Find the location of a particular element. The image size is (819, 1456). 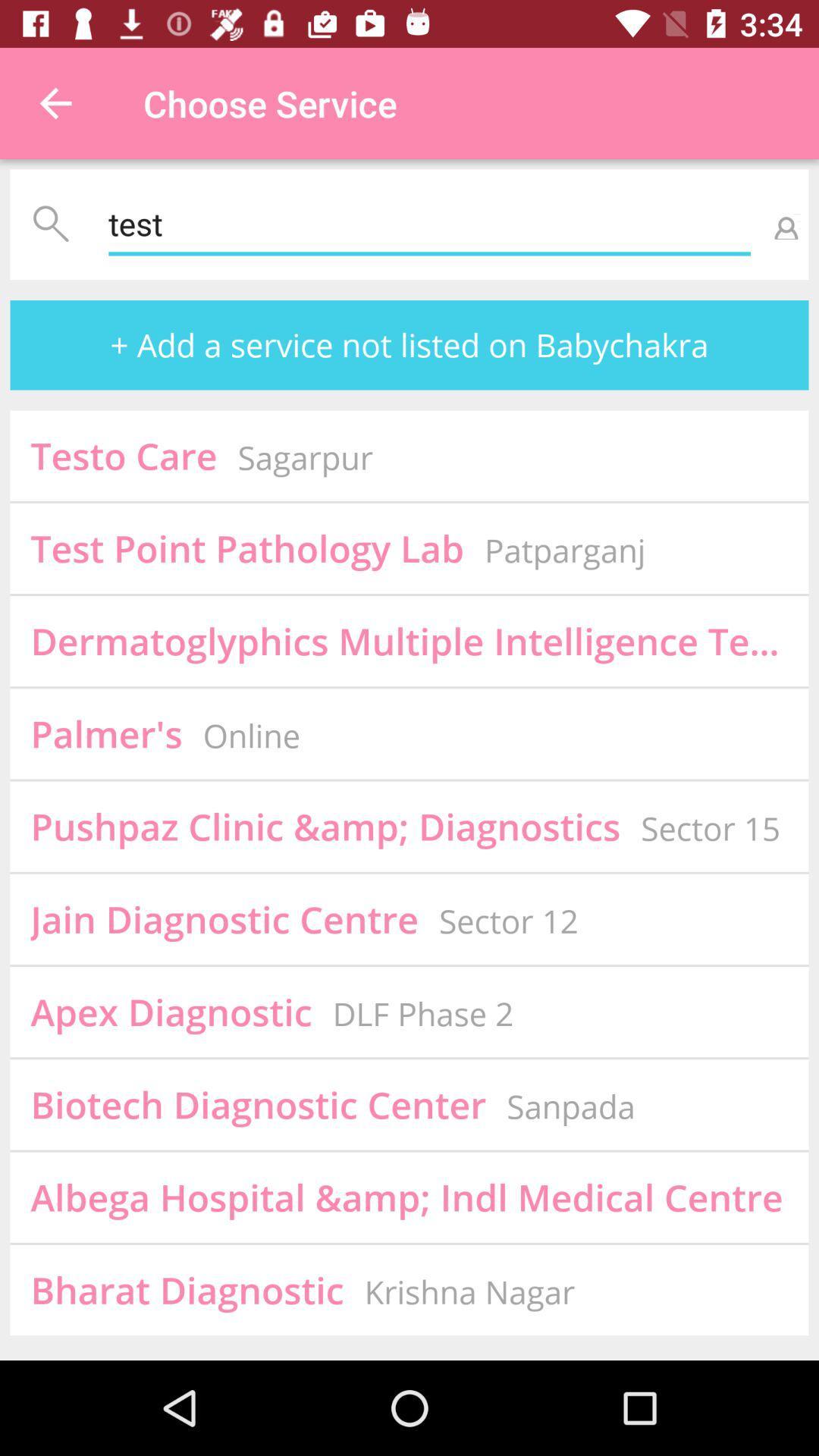

the sector 12 is located at coordinates (508, 920).